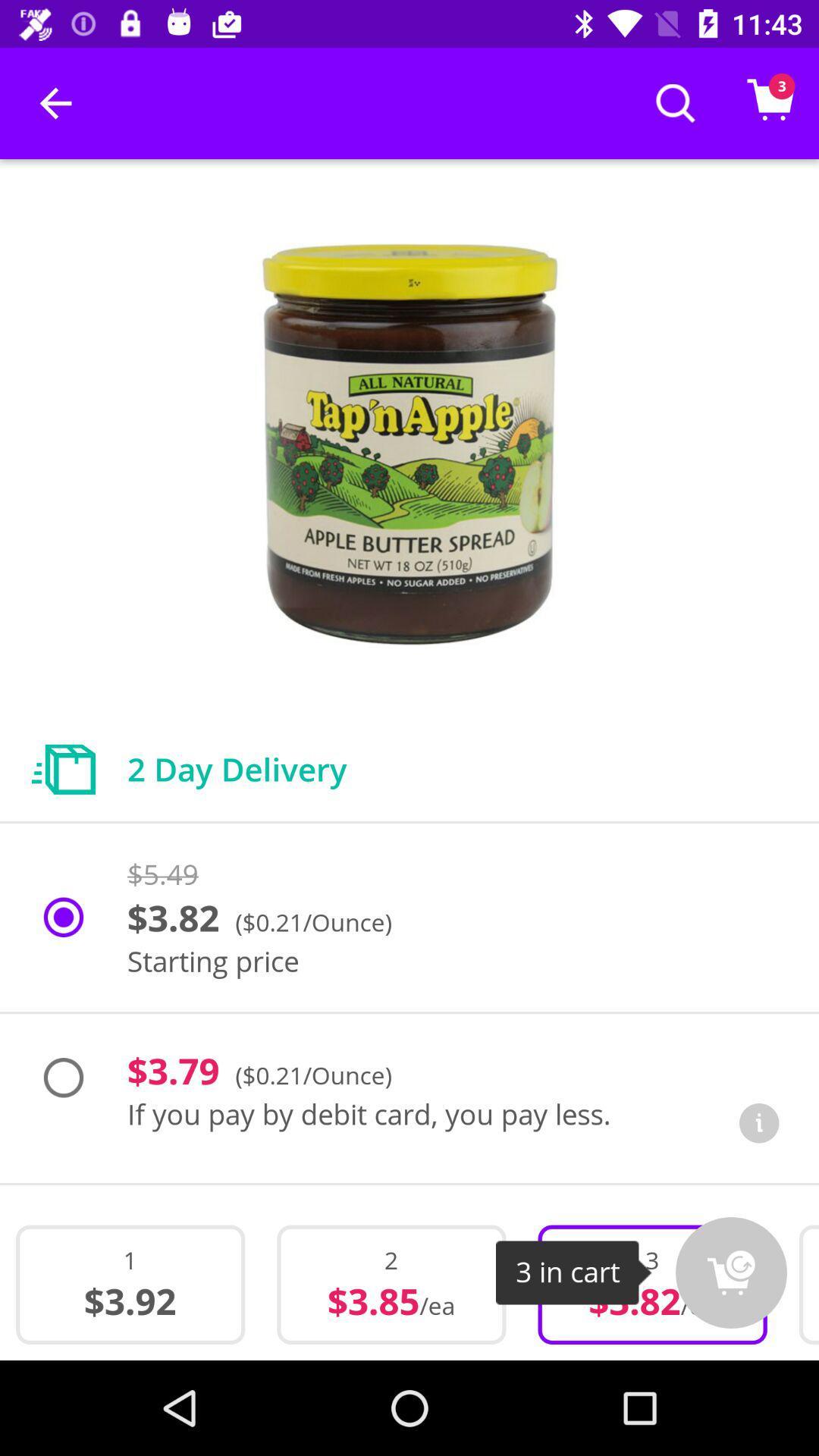 The height and width of the screenshot is (1456, 819). I want to click on item at the top left corner, so click(55, 102).